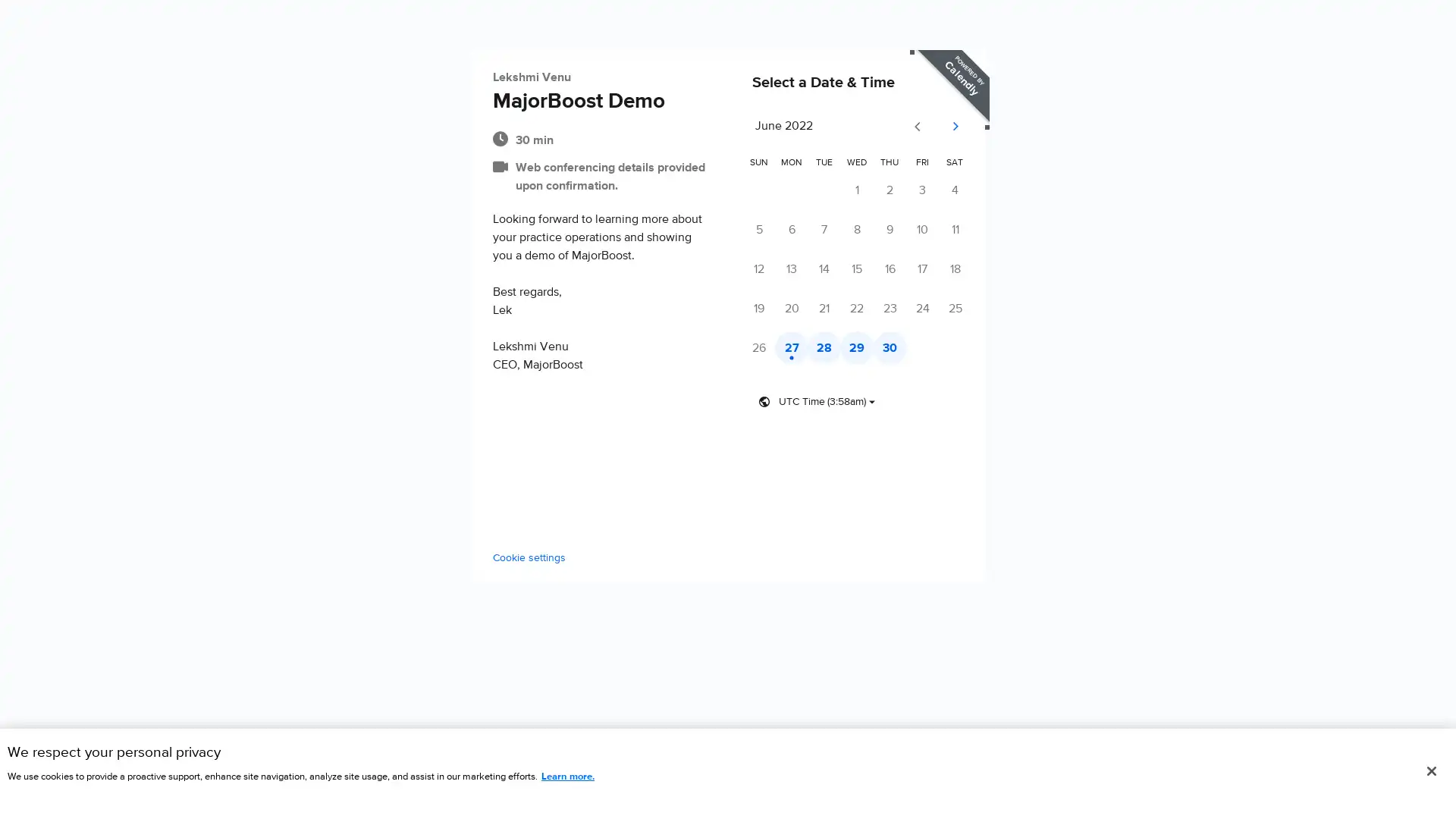  Describe the element at coordinates (878, 231) in the screenshot. I see `Wednesday, June 8 - No times available` at that location.